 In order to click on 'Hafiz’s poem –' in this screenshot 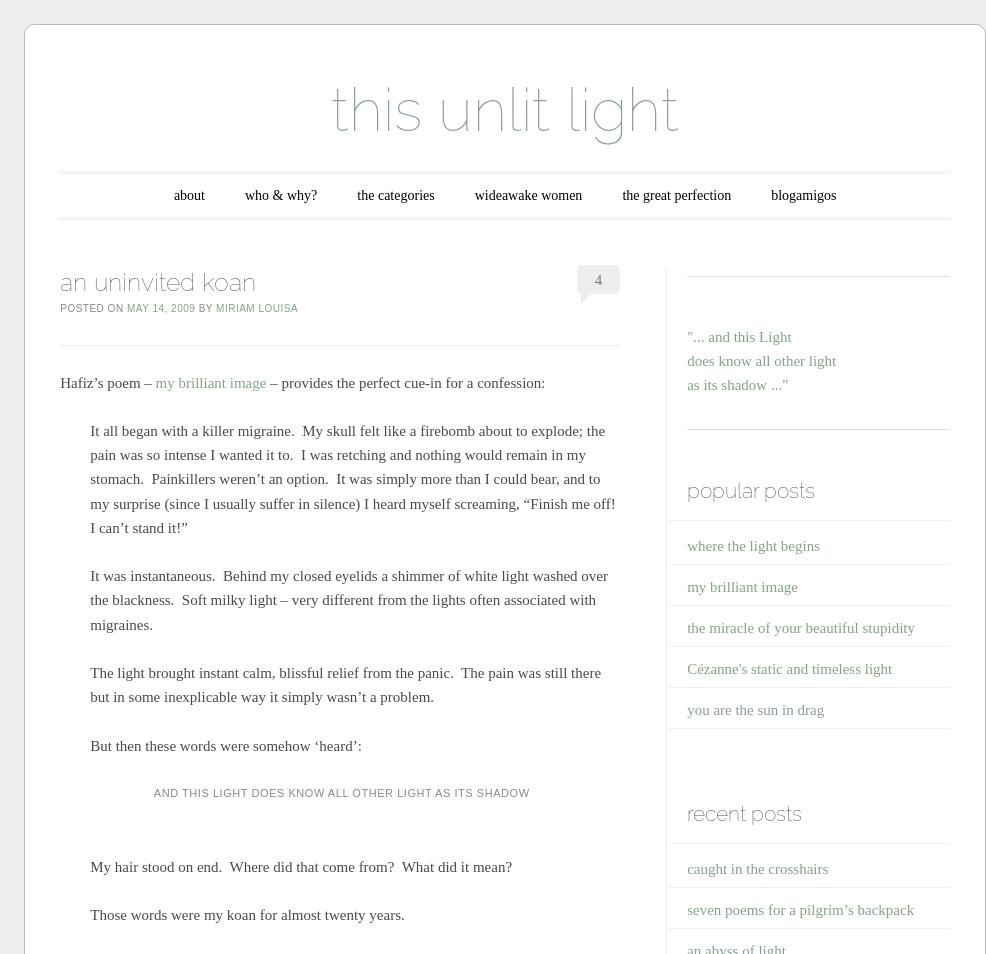, I will do `click(105, 381)`.